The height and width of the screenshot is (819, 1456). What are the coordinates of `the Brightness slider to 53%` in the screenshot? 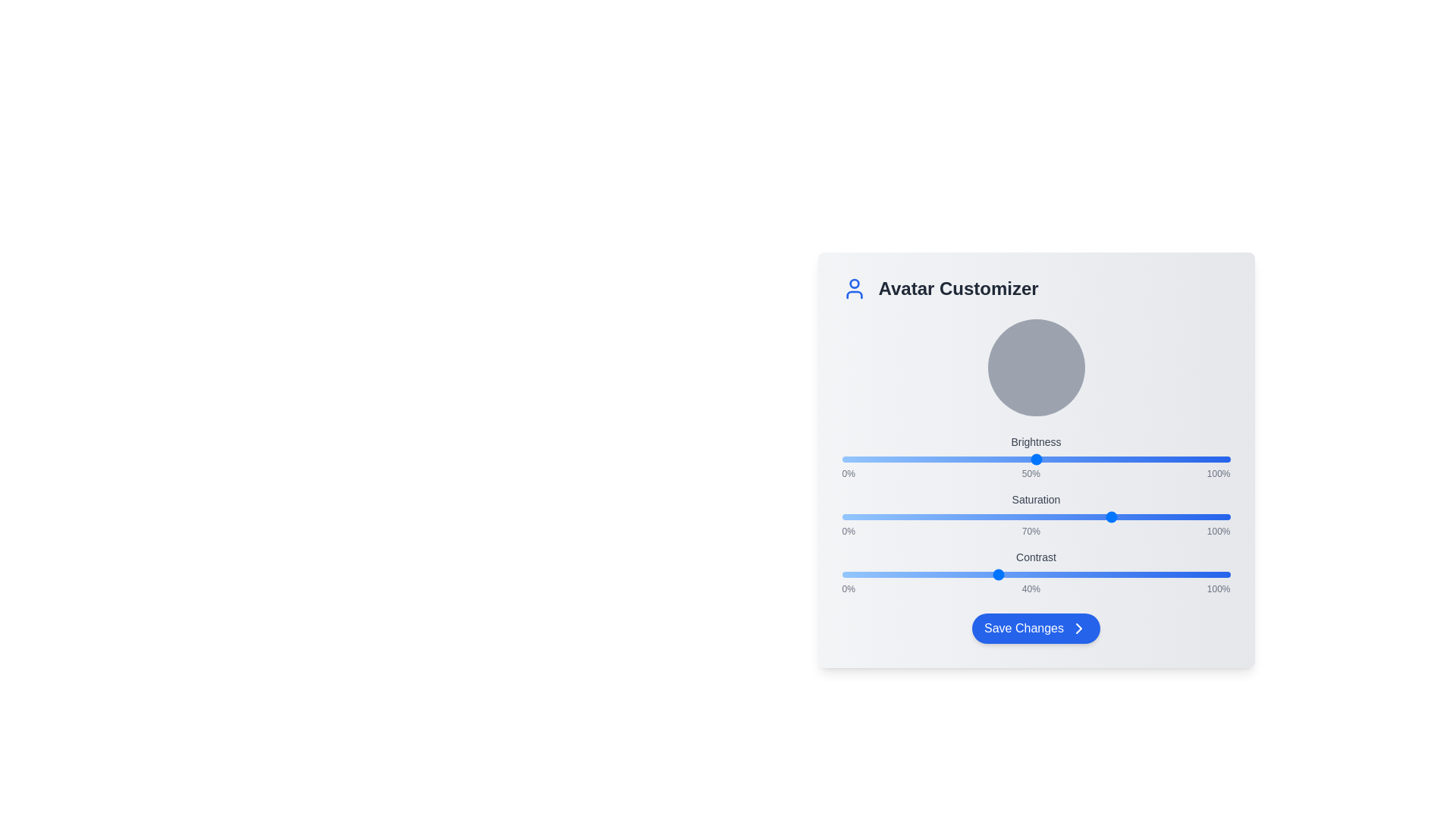 It's located at (1046, 458).